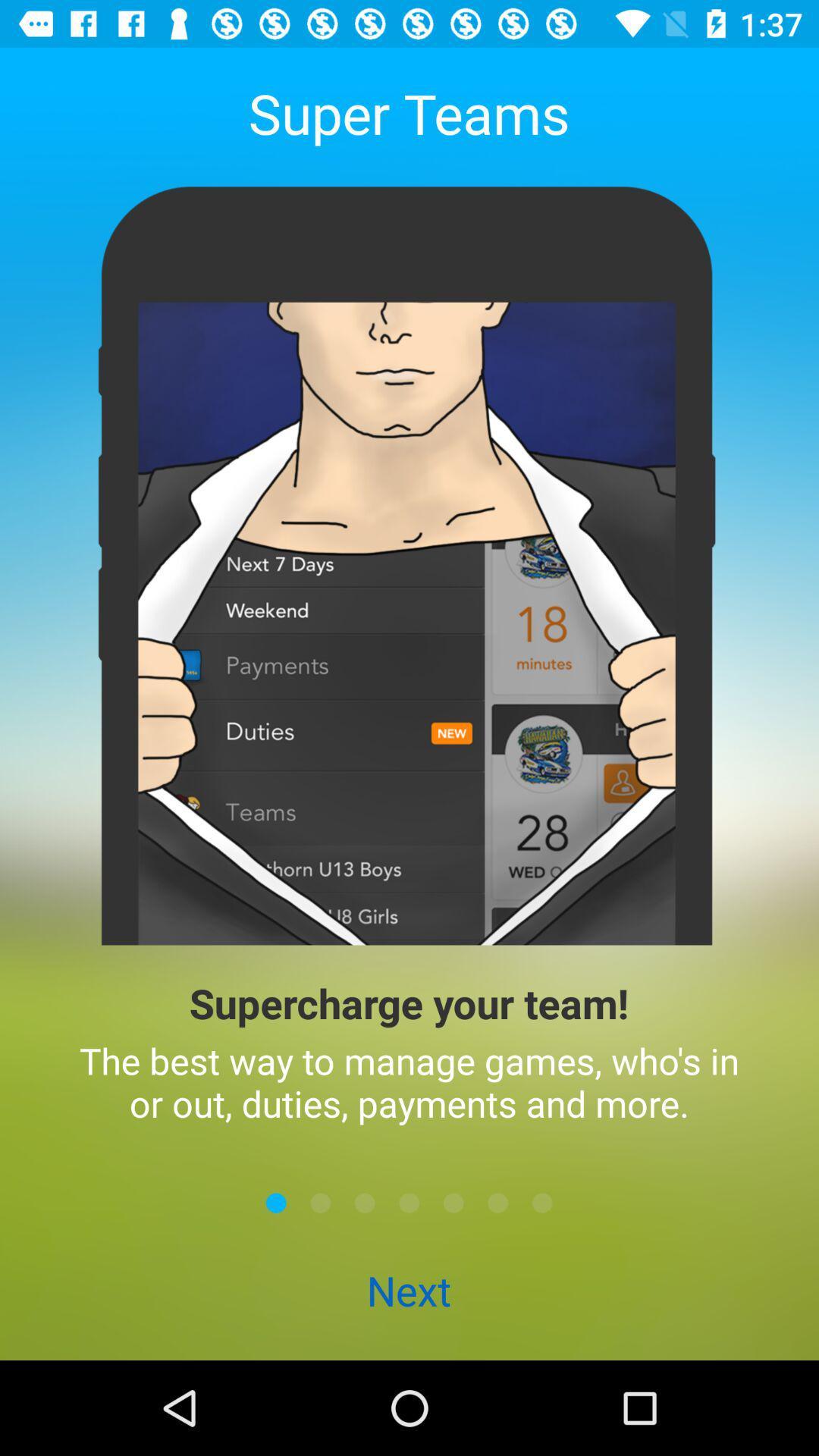 This screenshot has height=1456, width=819. I want to click on the icon above next icon, so click(365, 1202).